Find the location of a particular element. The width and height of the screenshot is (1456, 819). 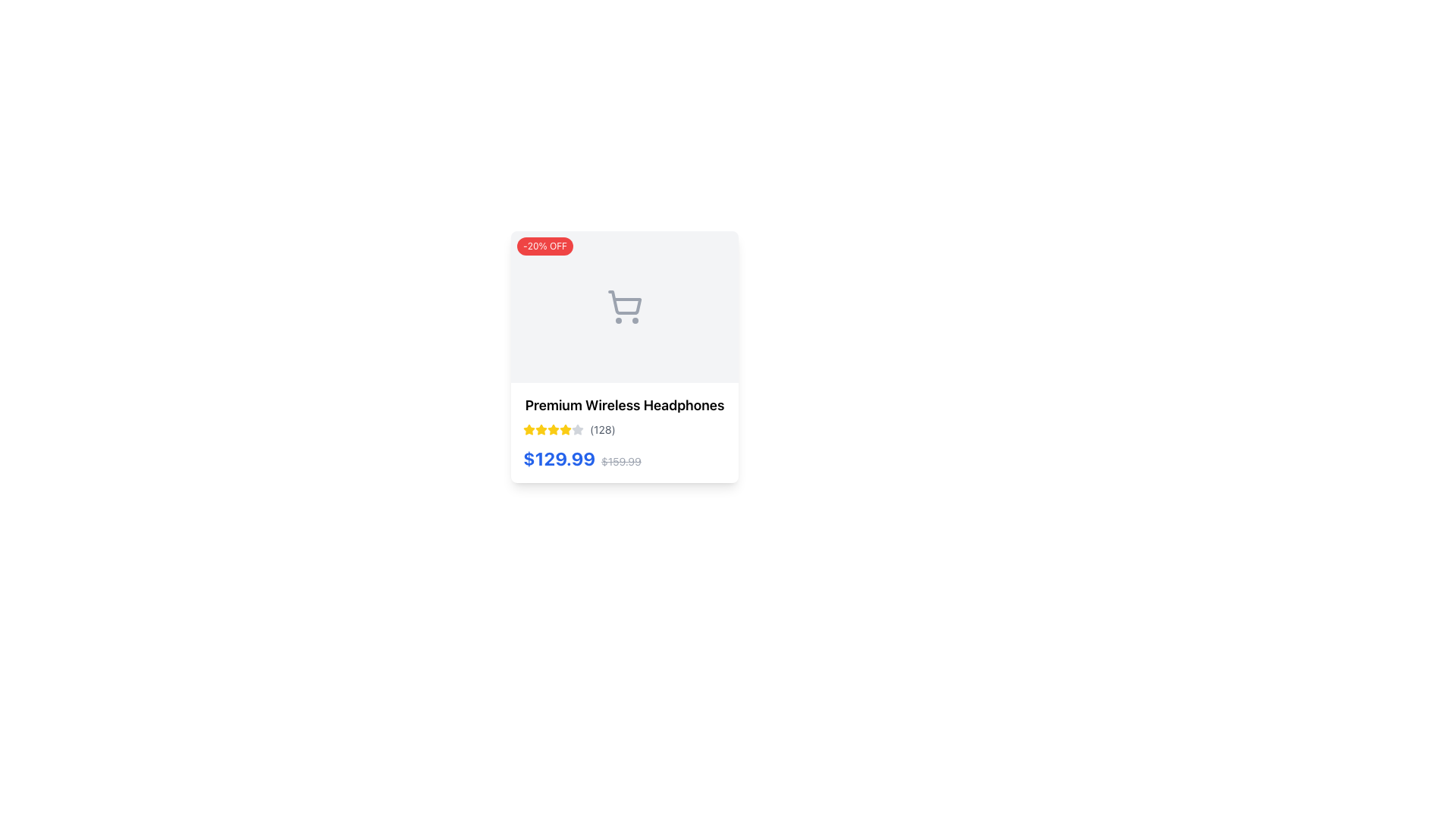

the sixth star icon in the star-based rating system to interact with it is located at coordinates (564, 430).